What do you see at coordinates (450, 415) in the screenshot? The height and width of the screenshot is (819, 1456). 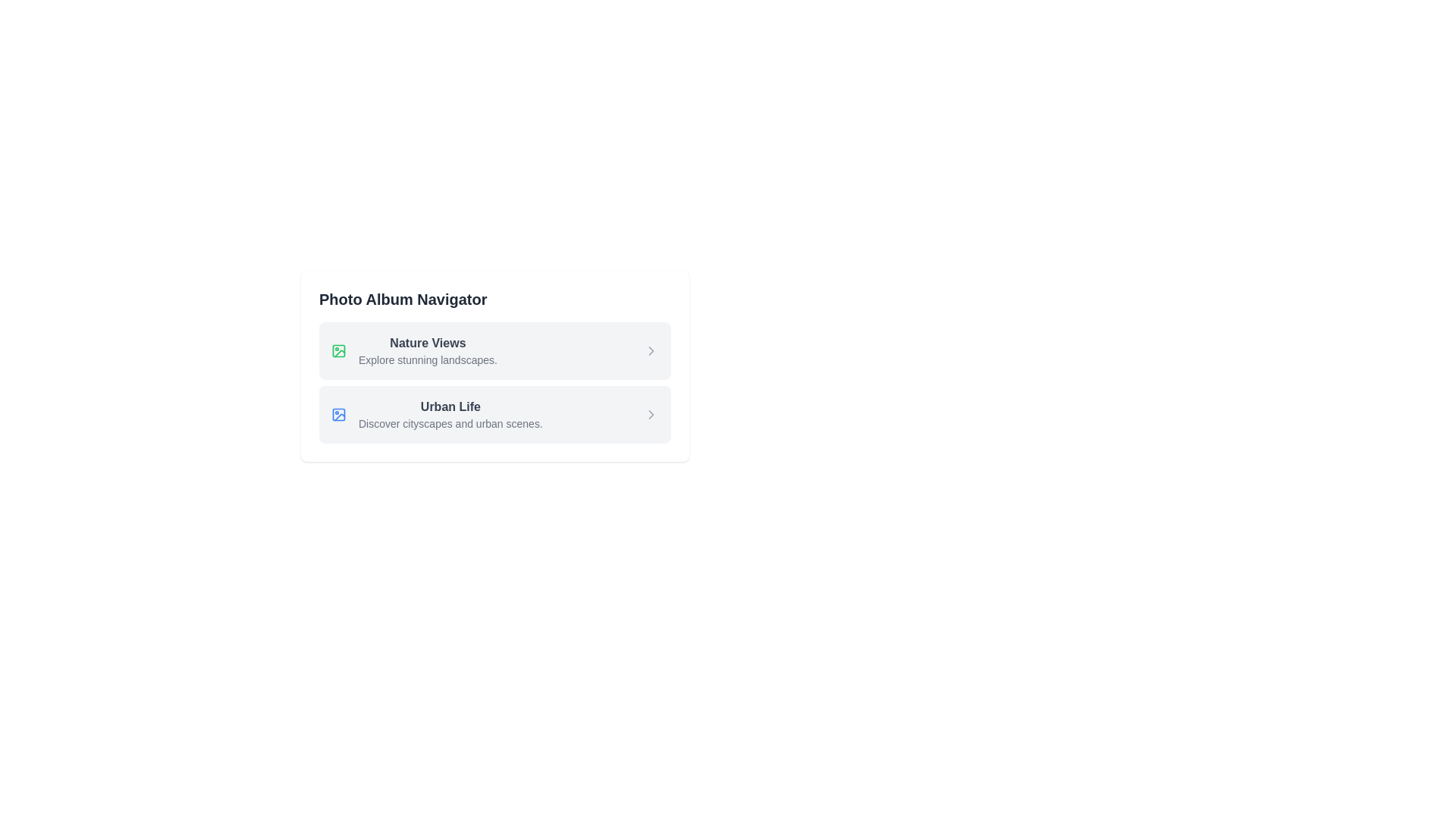 I see `the 'Urban Life' navigation option in the vertically stacked menu` at bounding box center [450, 415].